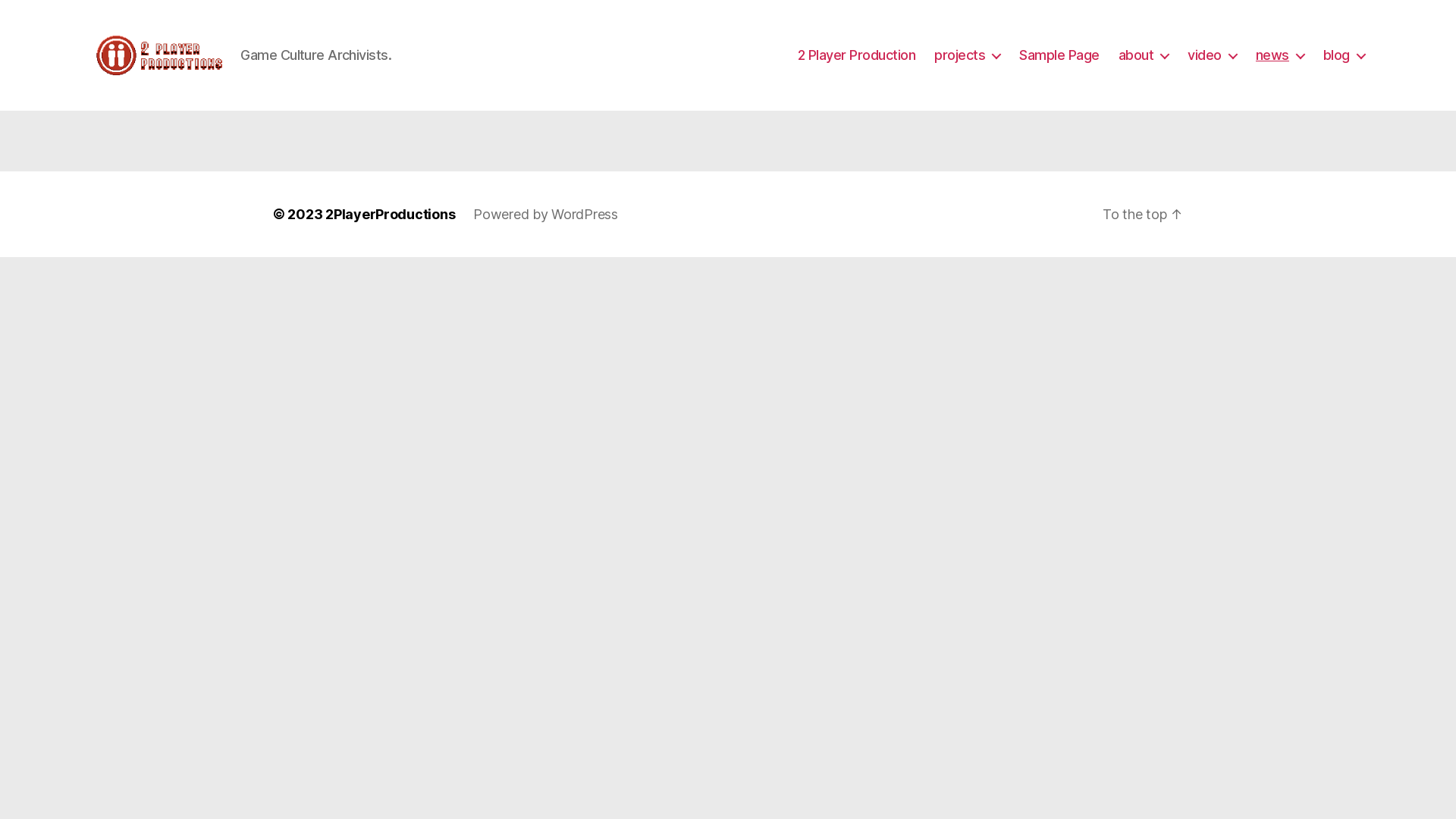 The image size is (1456, 819). Describe the element at coordinates (1144, 55) in the screenshot. I see `'about'` at that location.